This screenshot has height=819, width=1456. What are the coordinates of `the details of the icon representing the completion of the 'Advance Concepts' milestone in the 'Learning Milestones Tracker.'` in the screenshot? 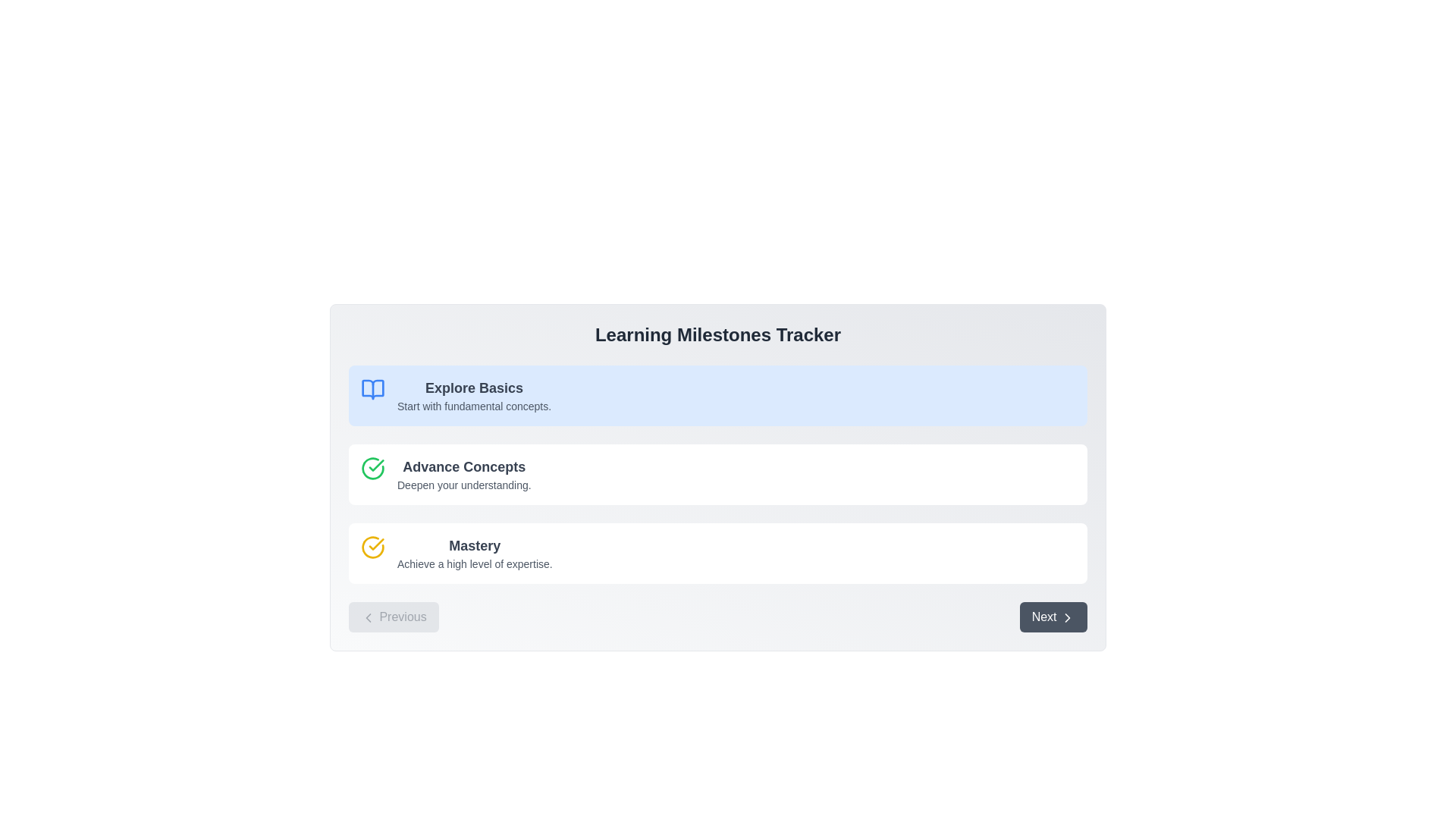 It's located at (372, 467).